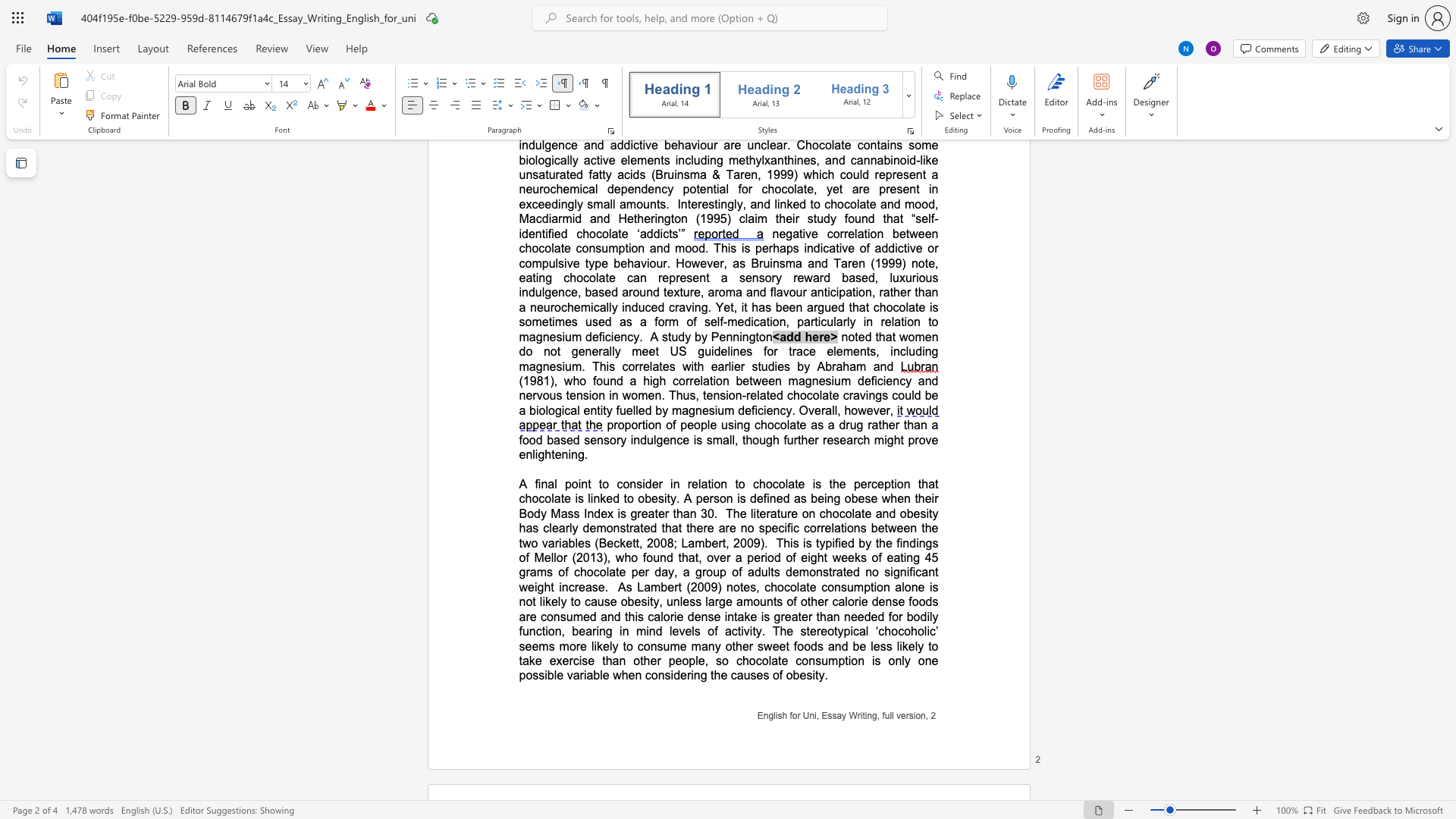  I want to click on the subset text "mo" within the text "demonstrated", so click(595, 527).